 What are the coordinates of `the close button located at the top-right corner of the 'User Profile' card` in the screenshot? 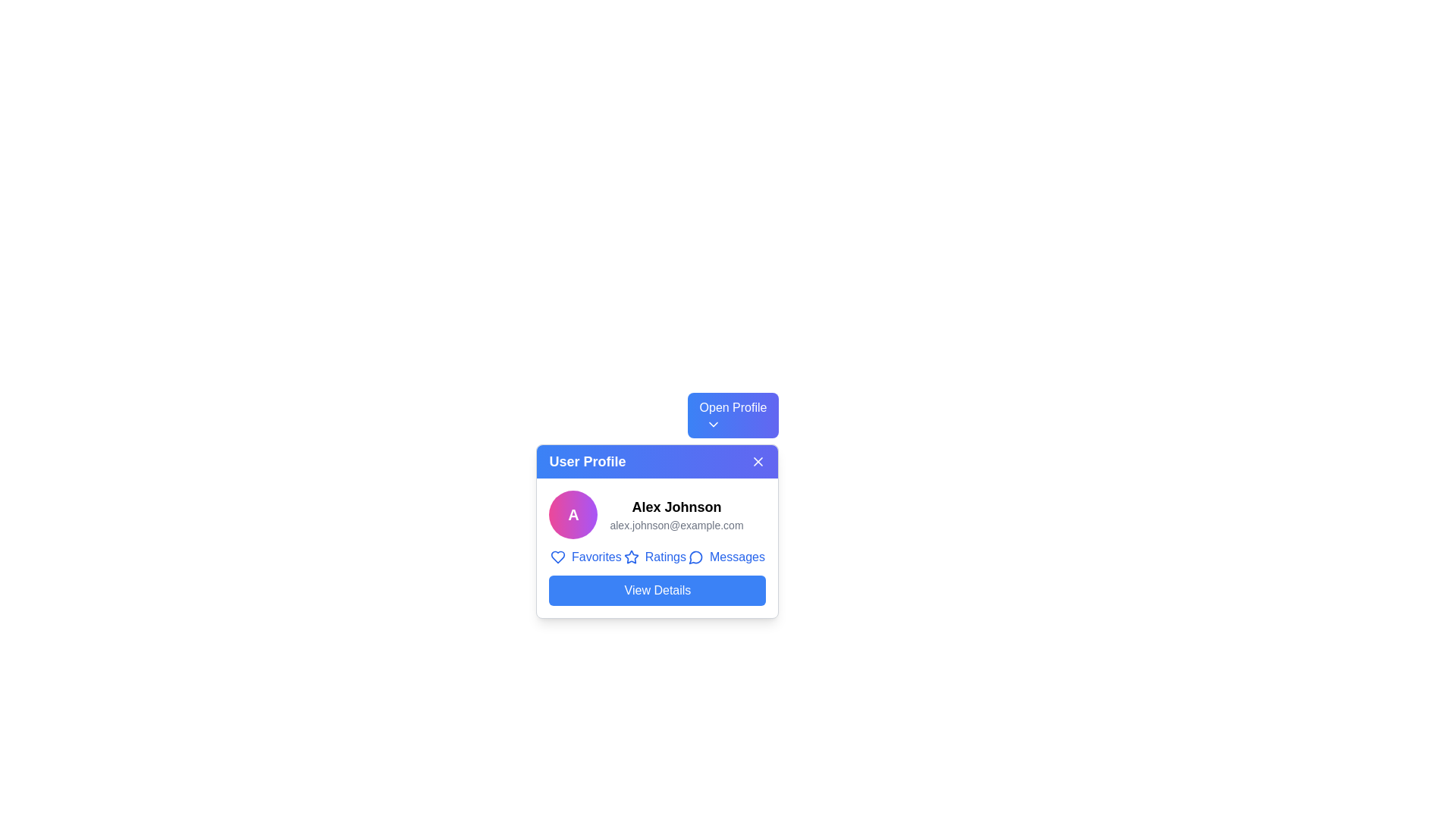 It's located at (758, 461).